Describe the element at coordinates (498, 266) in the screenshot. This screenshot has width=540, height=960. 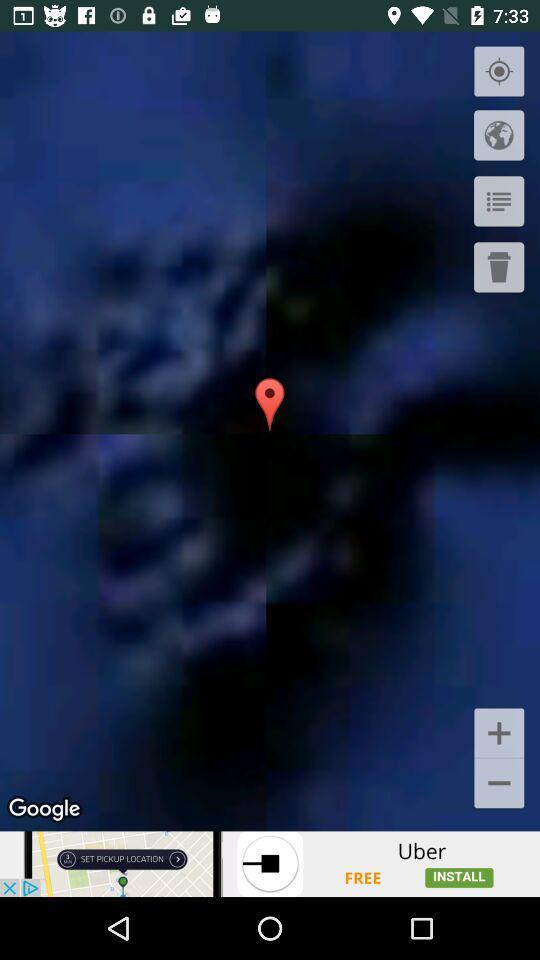
I see `delete it` at that location.